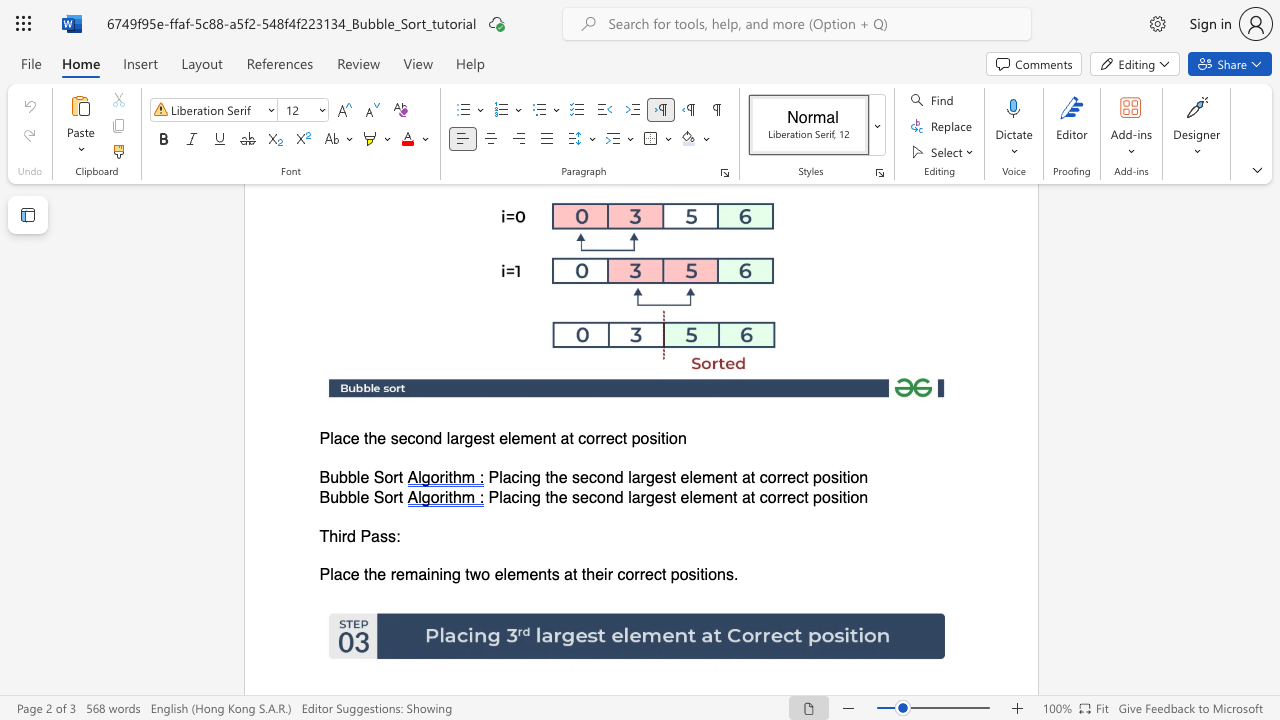  Describe the element at coordinates (324, 535) in the screenshot. I see `the 1th character "T" in the text` at that location.